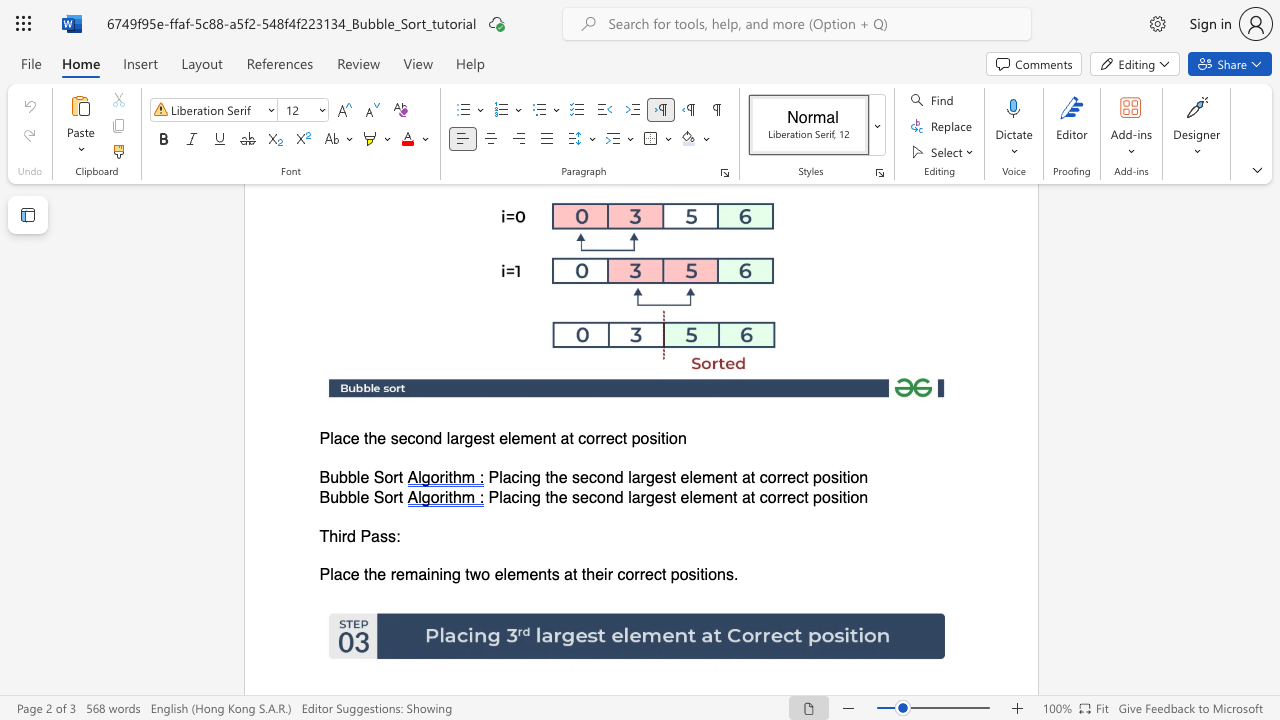  Describe the element at coordinates (324, 535) in the screenshot. I see `the 1th character "T" in the text` at that location.